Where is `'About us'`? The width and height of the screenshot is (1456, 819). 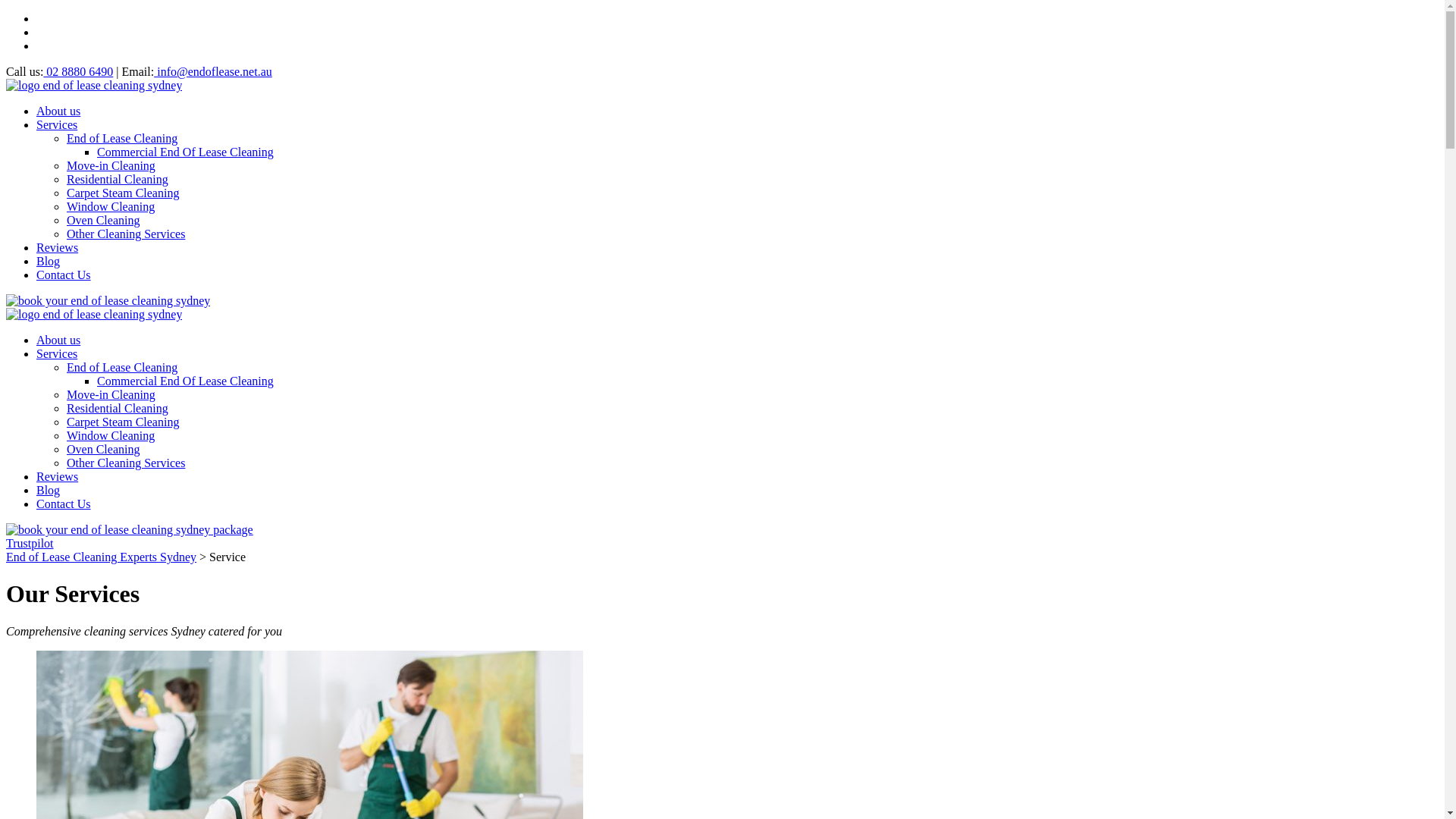
'About us' is located at coordinates (58, 339).